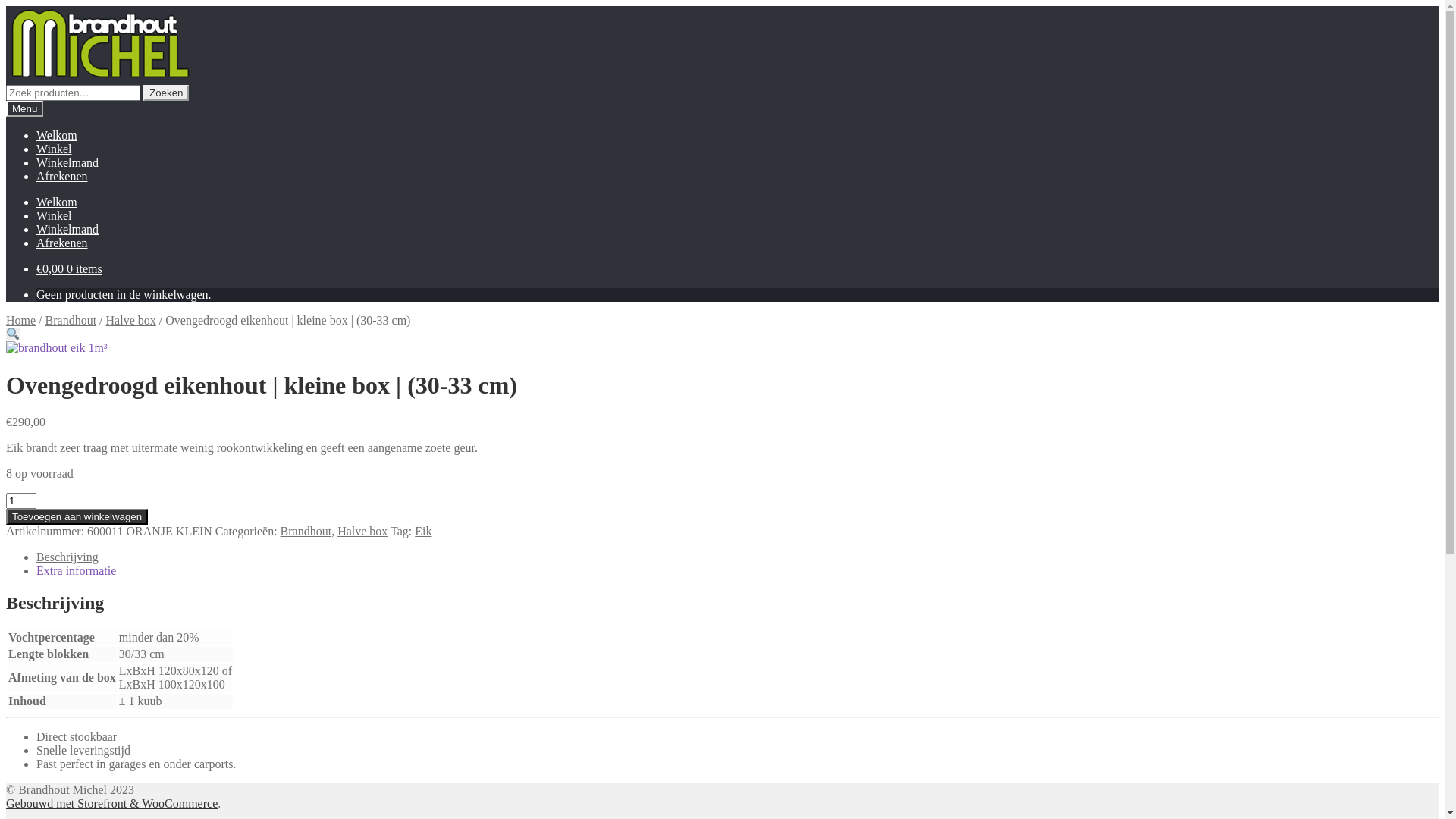  I want to click on 'Menu', so click(24, 108).